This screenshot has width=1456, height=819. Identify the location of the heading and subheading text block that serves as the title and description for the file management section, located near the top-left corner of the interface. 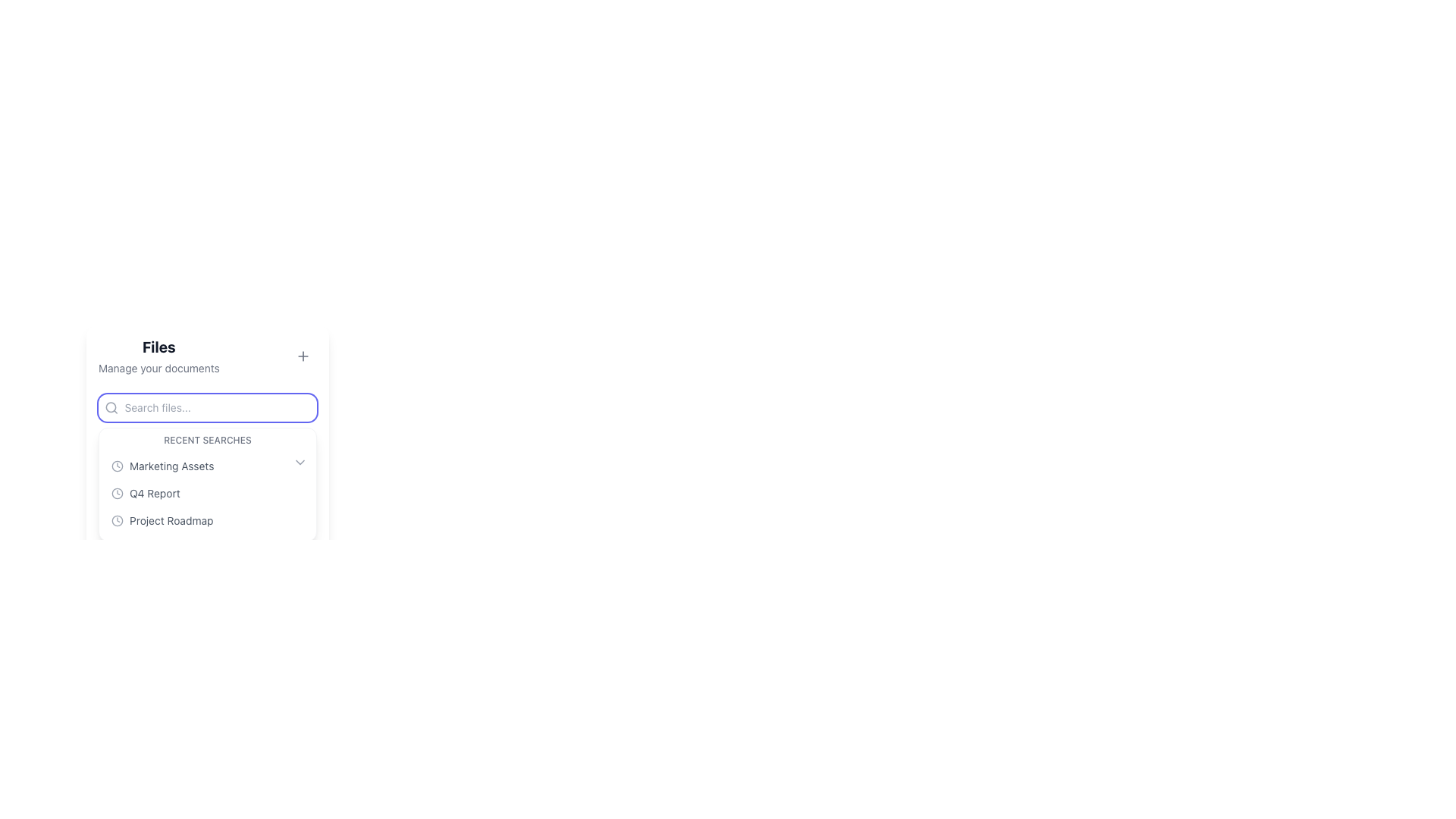
(158, 356).